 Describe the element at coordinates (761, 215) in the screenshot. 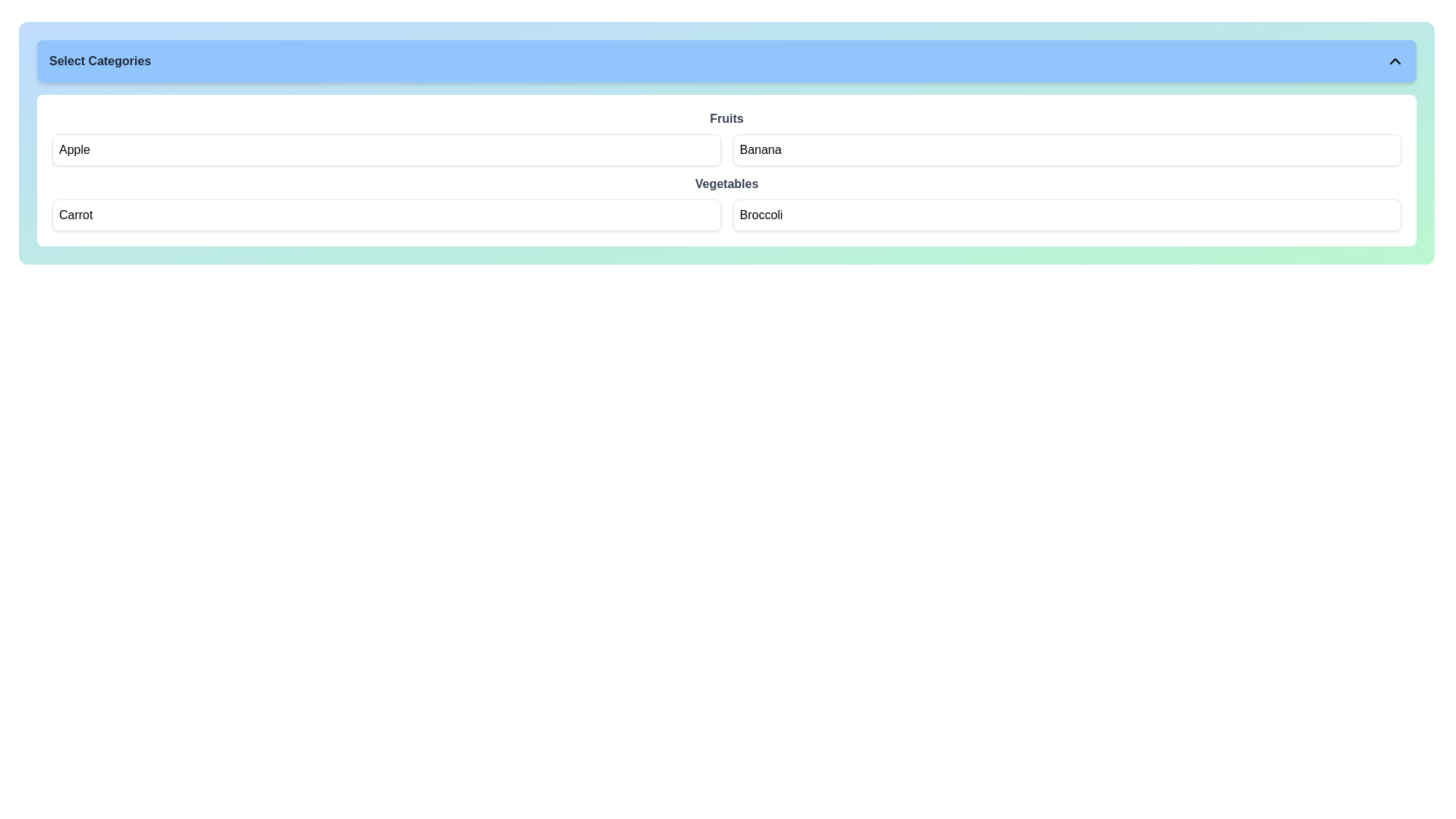

I see `the 'Broccoli' label, which is located under the 'Vegetables' category and` at that location.